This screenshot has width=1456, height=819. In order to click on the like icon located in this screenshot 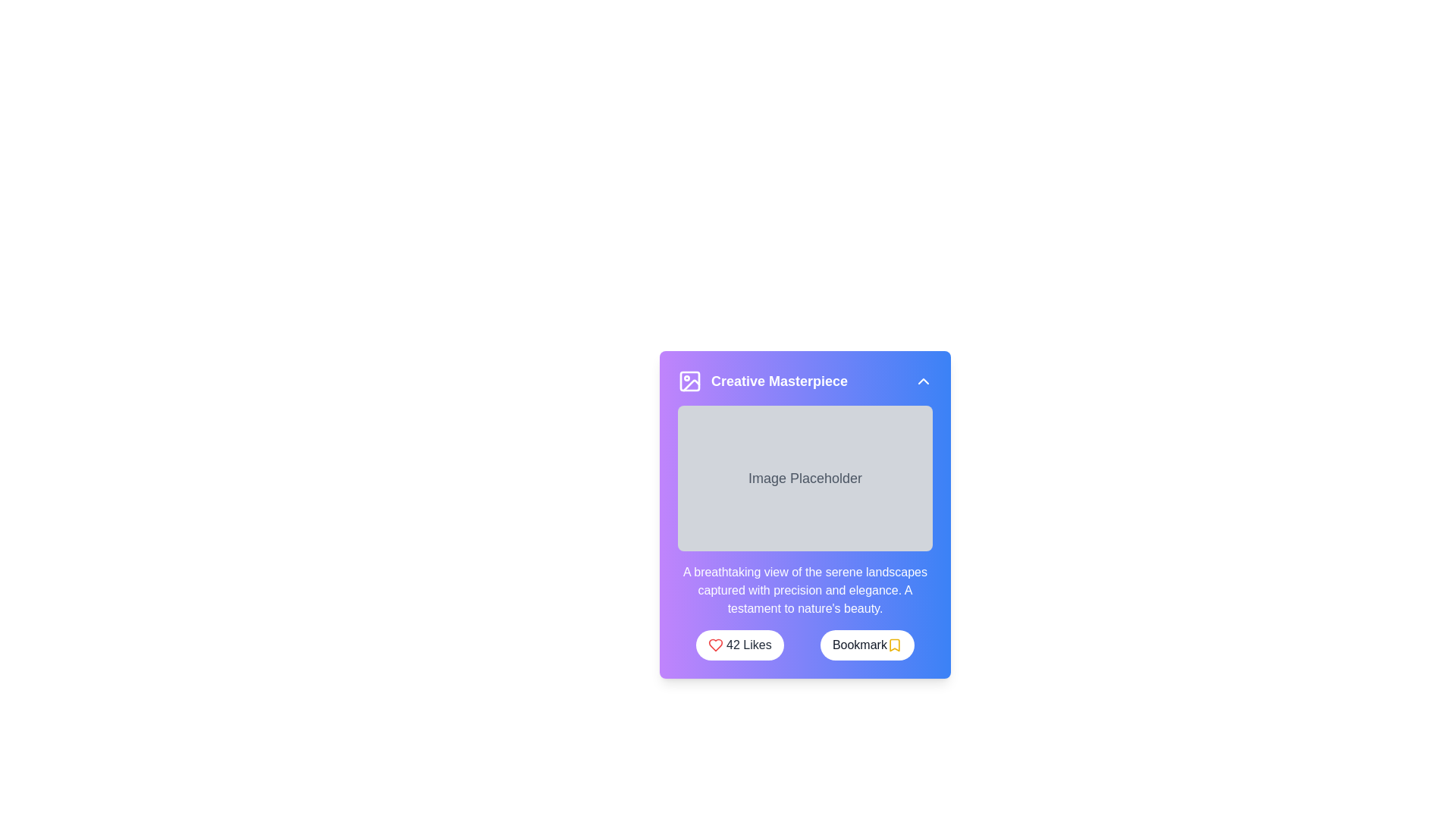, I will do `click(715, 645)`.